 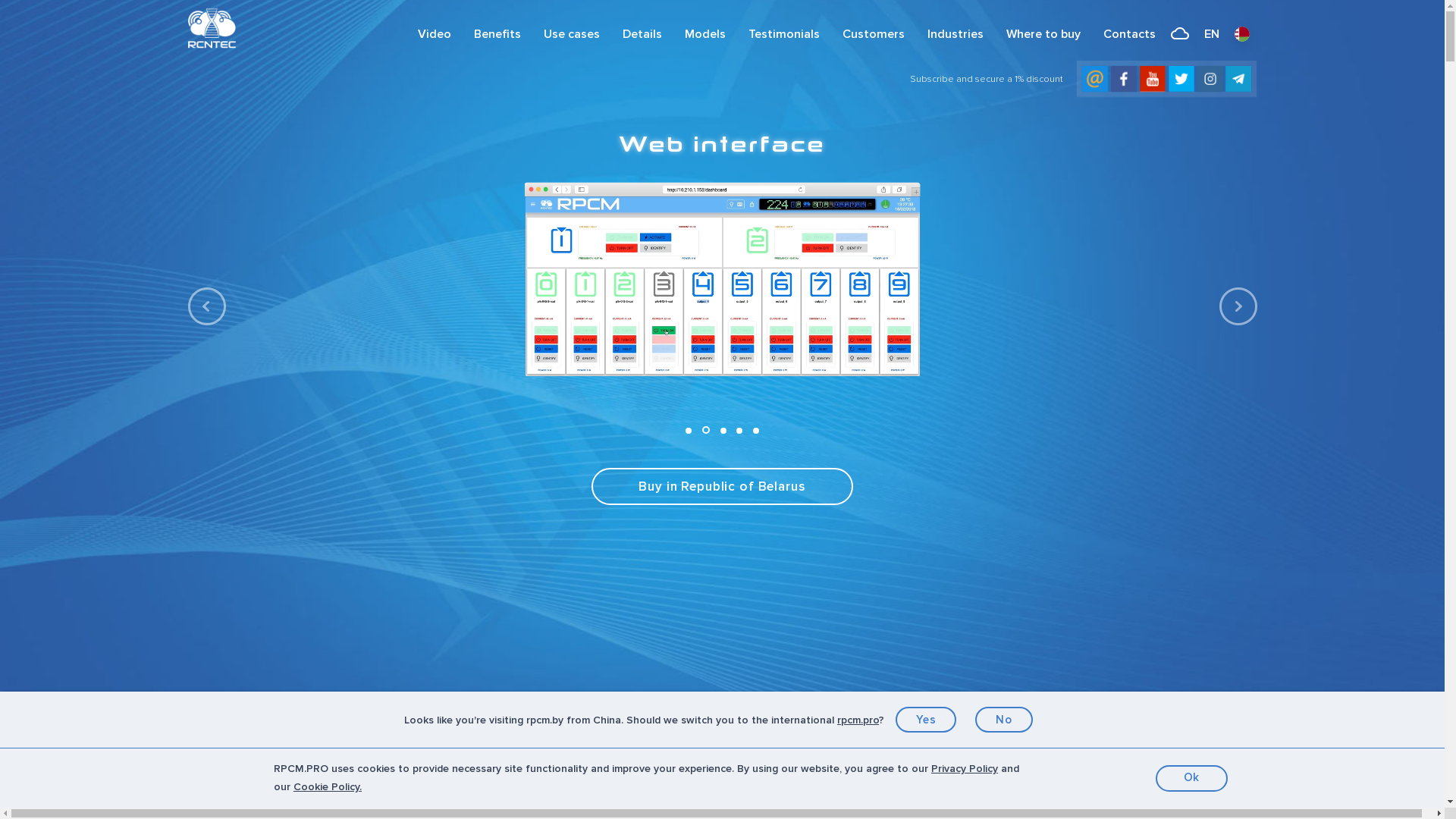 I want to click on 'Contacts', so click(x=1129, y=34).